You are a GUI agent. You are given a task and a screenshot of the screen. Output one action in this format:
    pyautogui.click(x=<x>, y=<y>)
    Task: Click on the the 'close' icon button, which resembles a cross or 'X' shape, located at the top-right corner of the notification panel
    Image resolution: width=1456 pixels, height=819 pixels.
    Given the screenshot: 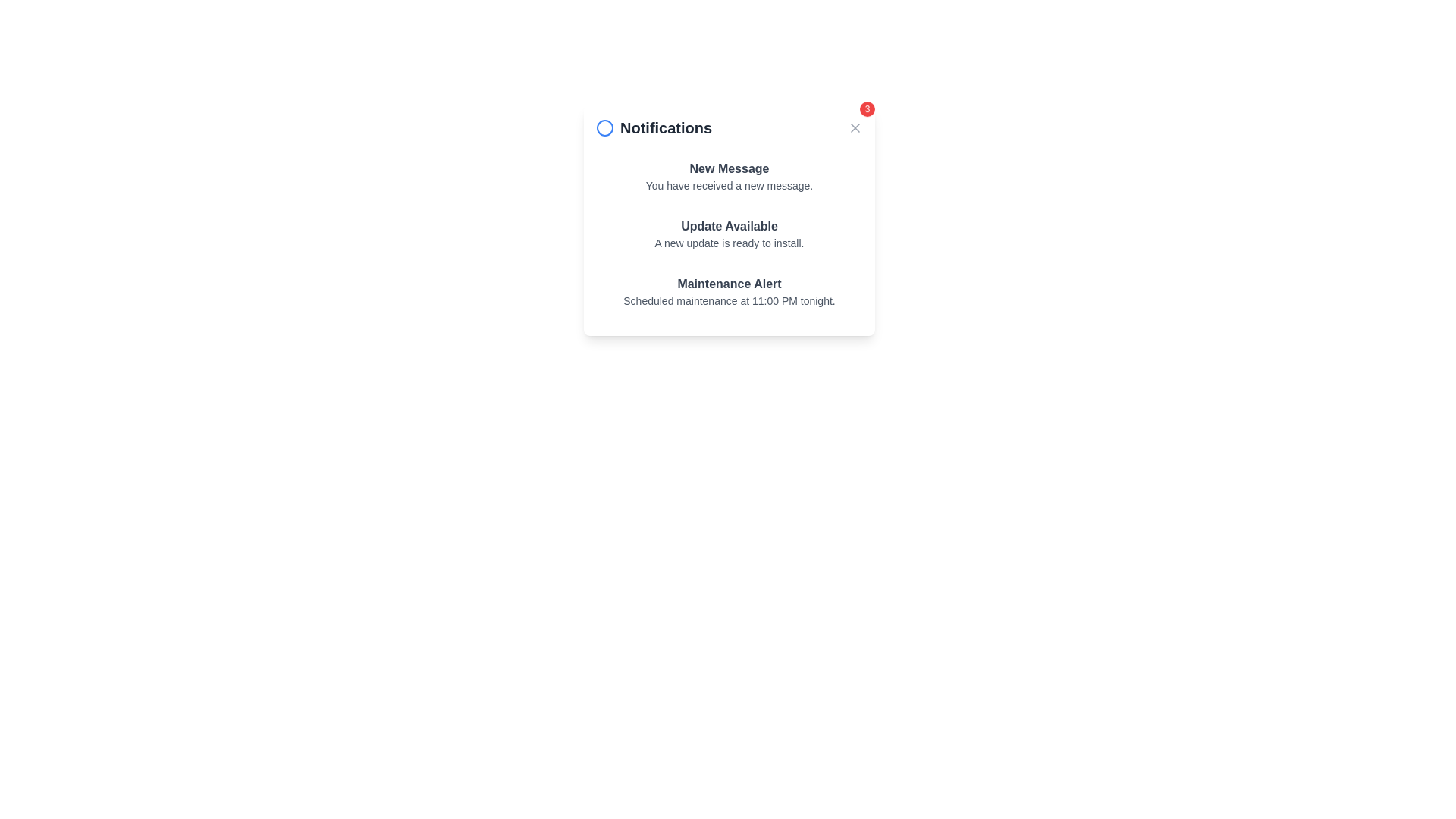 What is the action you would take?
    pyautogui.click(x=855, y=127)
    